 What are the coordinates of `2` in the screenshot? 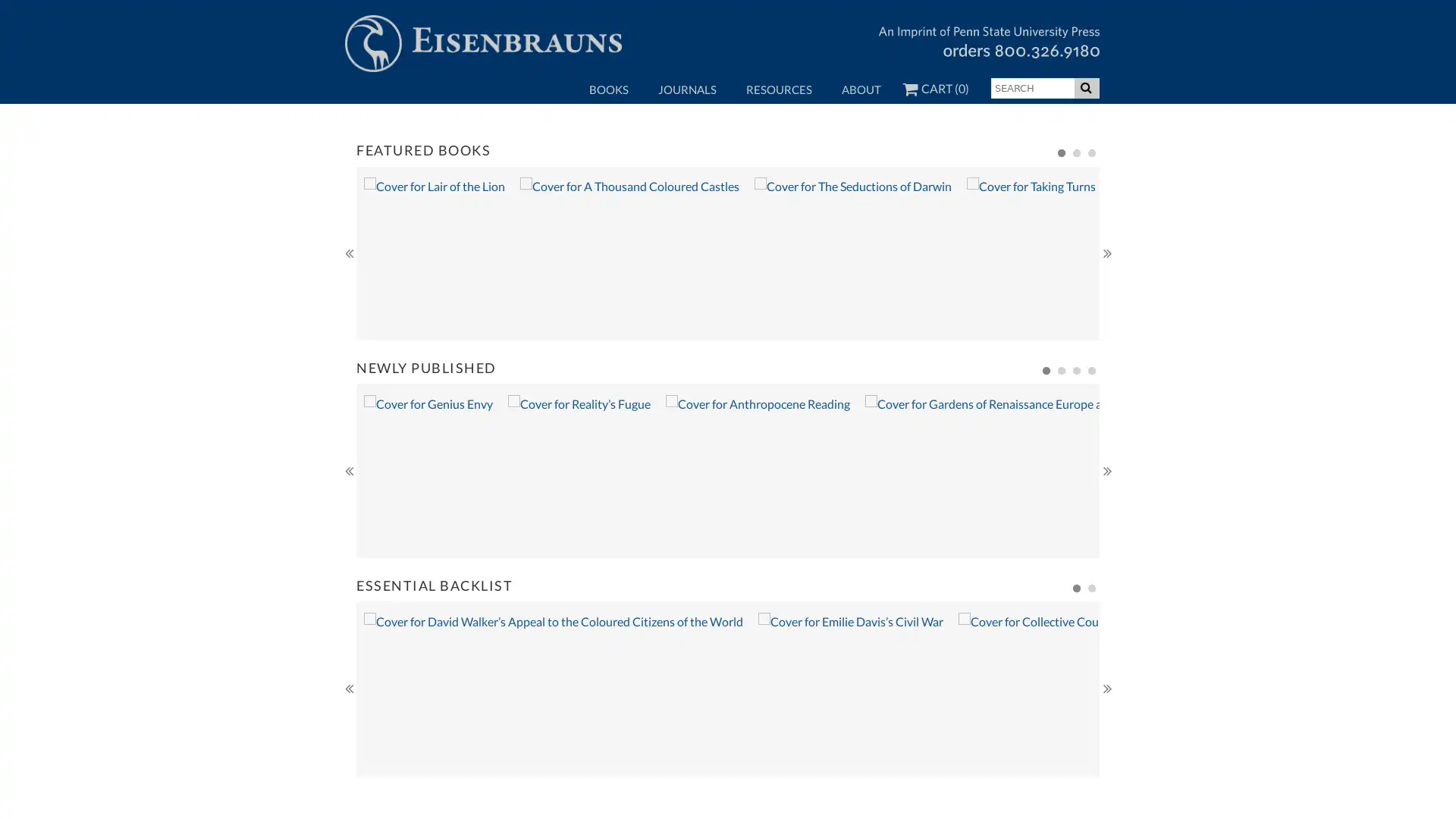 It's located at (1061, 371).